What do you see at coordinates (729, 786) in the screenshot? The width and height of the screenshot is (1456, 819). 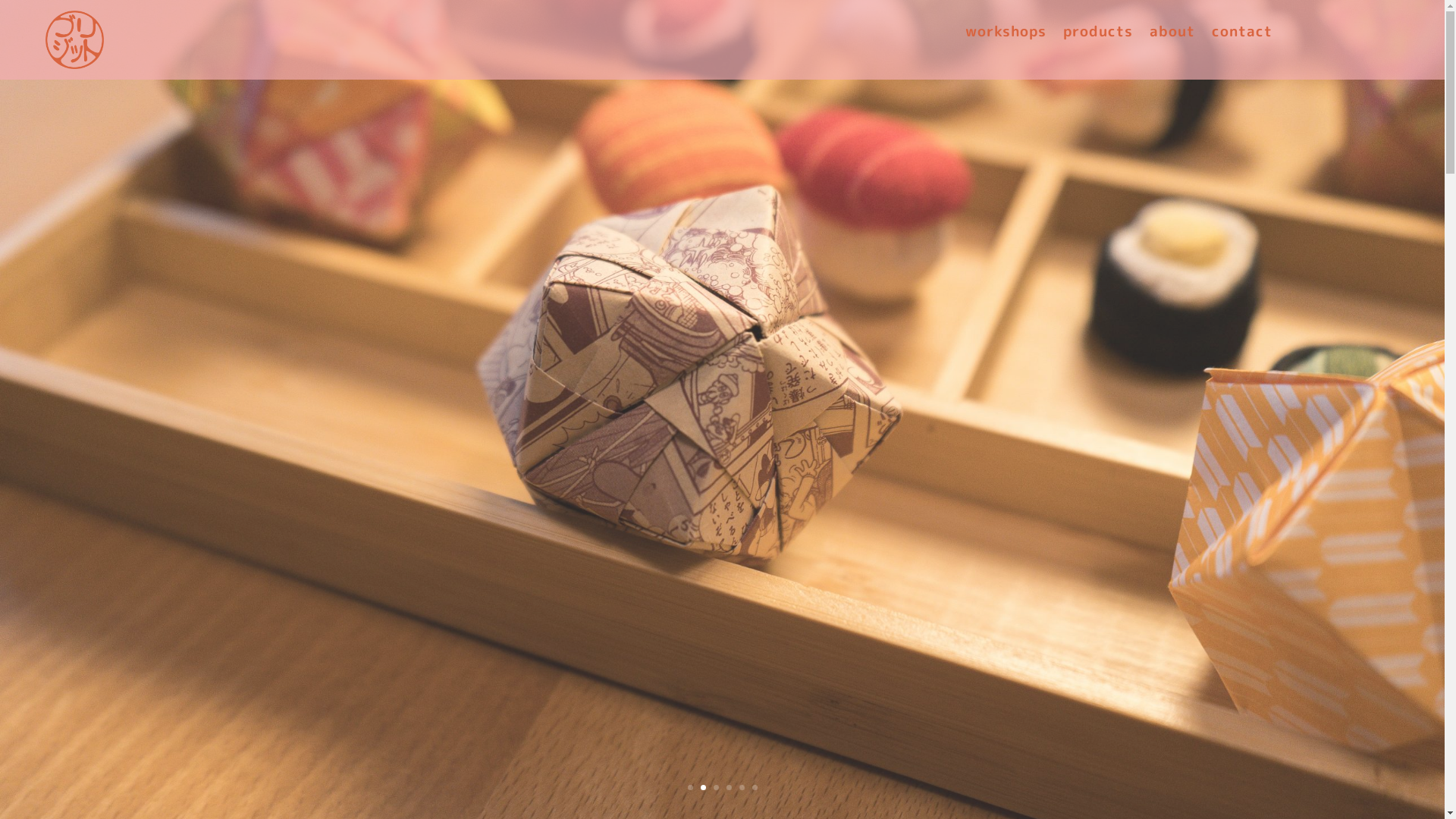 I see `'4'` at bounding box center [729, 786].